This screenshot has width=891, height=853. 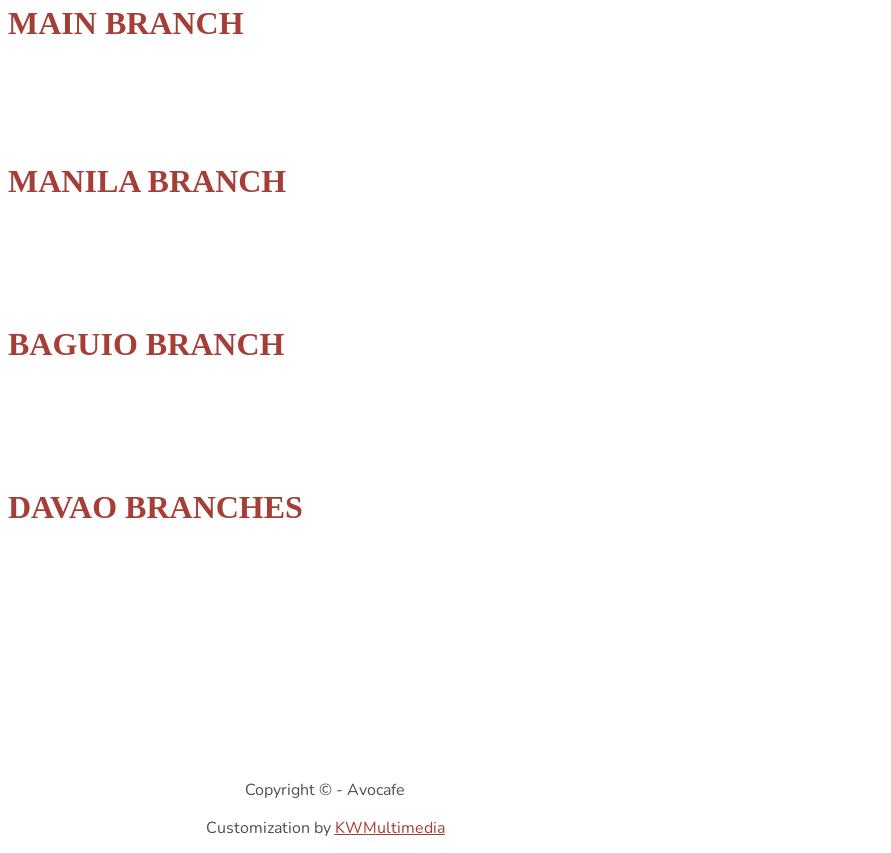 I want to click on 'Copyright © - Avocafe', so click(x=324, y=788).